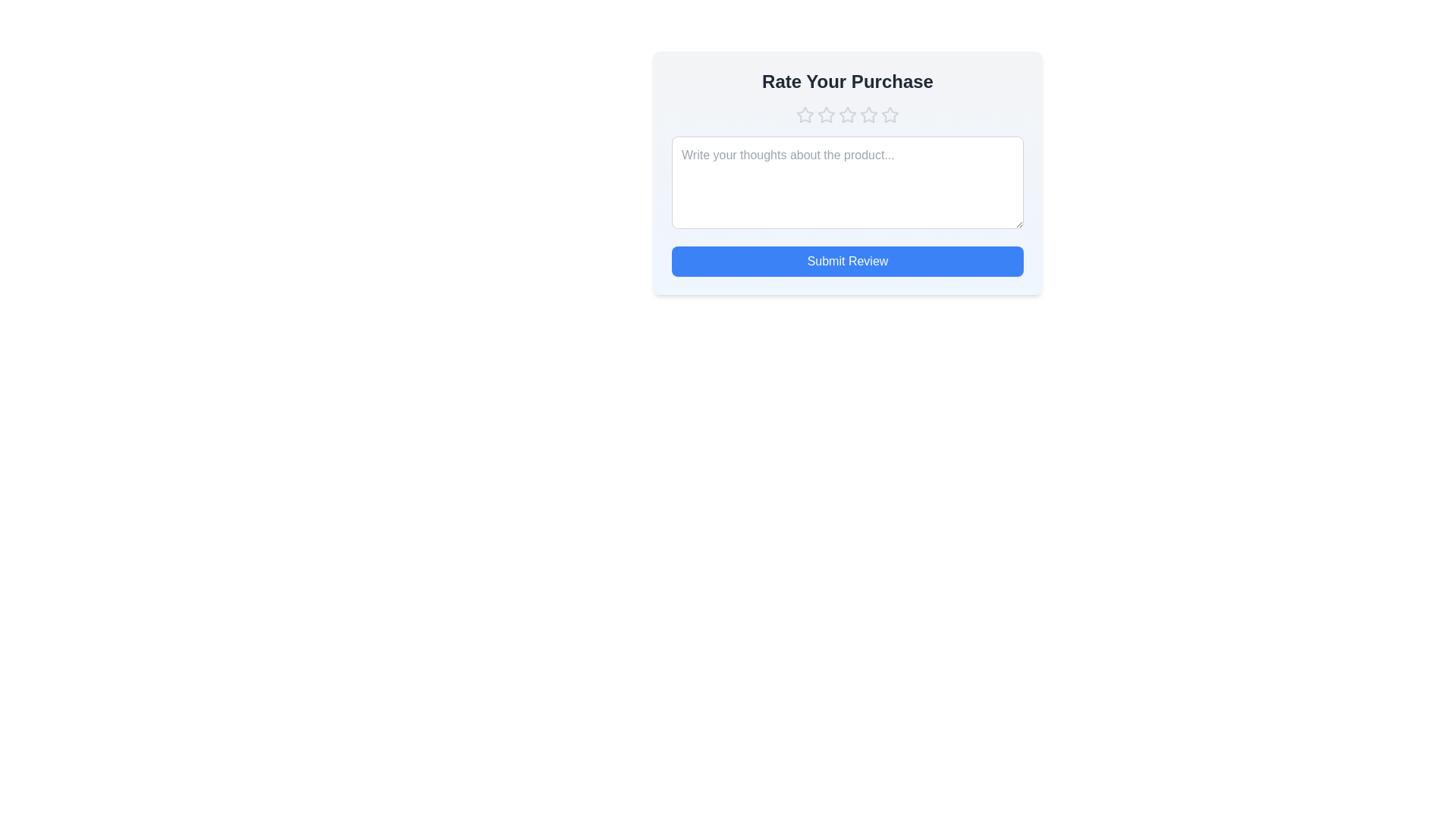 This screenshot has height=819, width=1456. Describe the element at coordinates (847, 260) in the screenshot. I see `the 'Submit Review' button to submit the review` at that location.